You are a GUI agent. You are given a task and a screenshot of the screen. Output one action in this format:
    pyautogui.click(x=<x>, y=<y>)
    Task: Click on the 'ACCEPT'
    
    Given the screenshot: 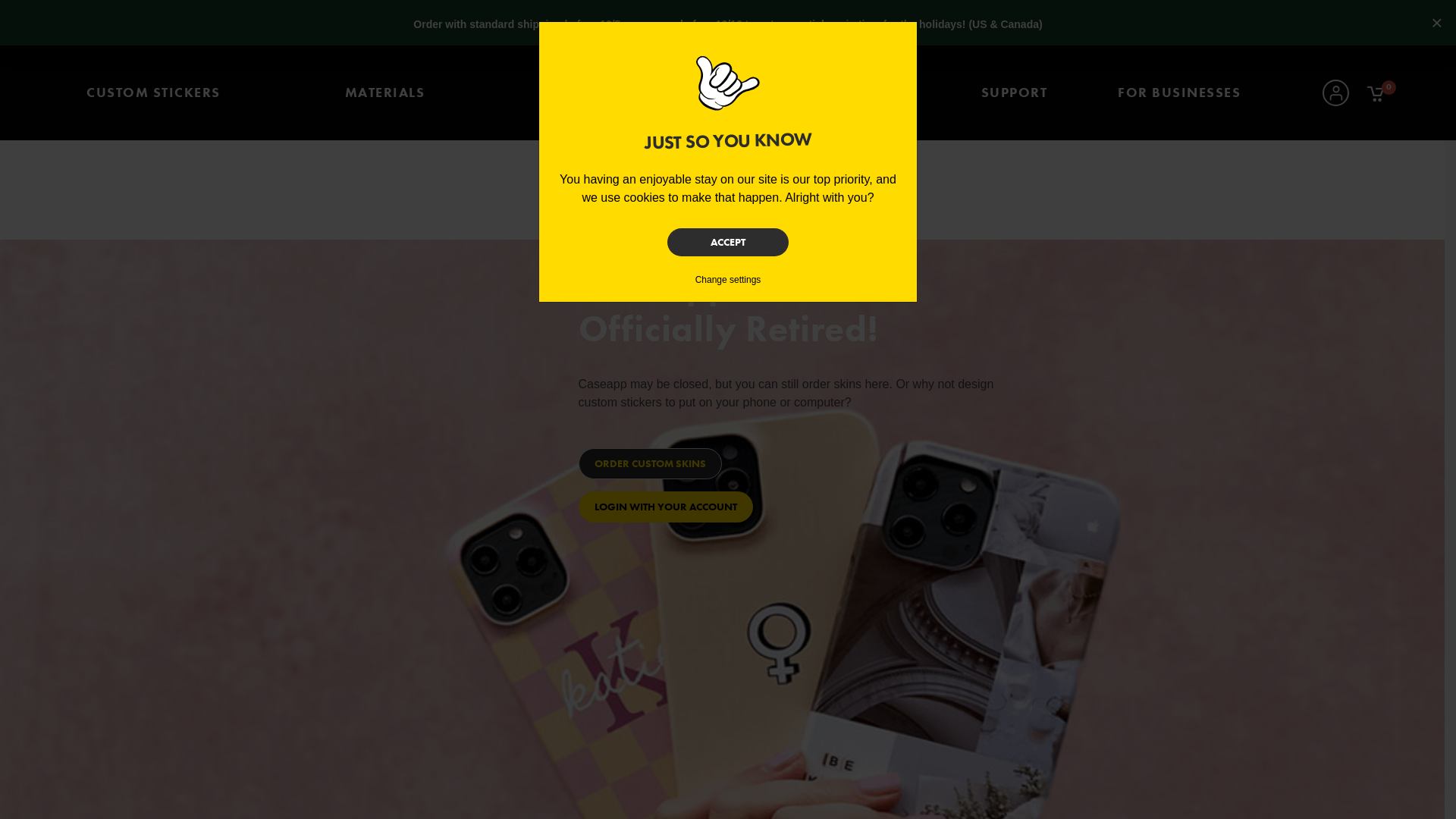 What is the action you would take?
    pyautogui.click(x=728, y=242)
    